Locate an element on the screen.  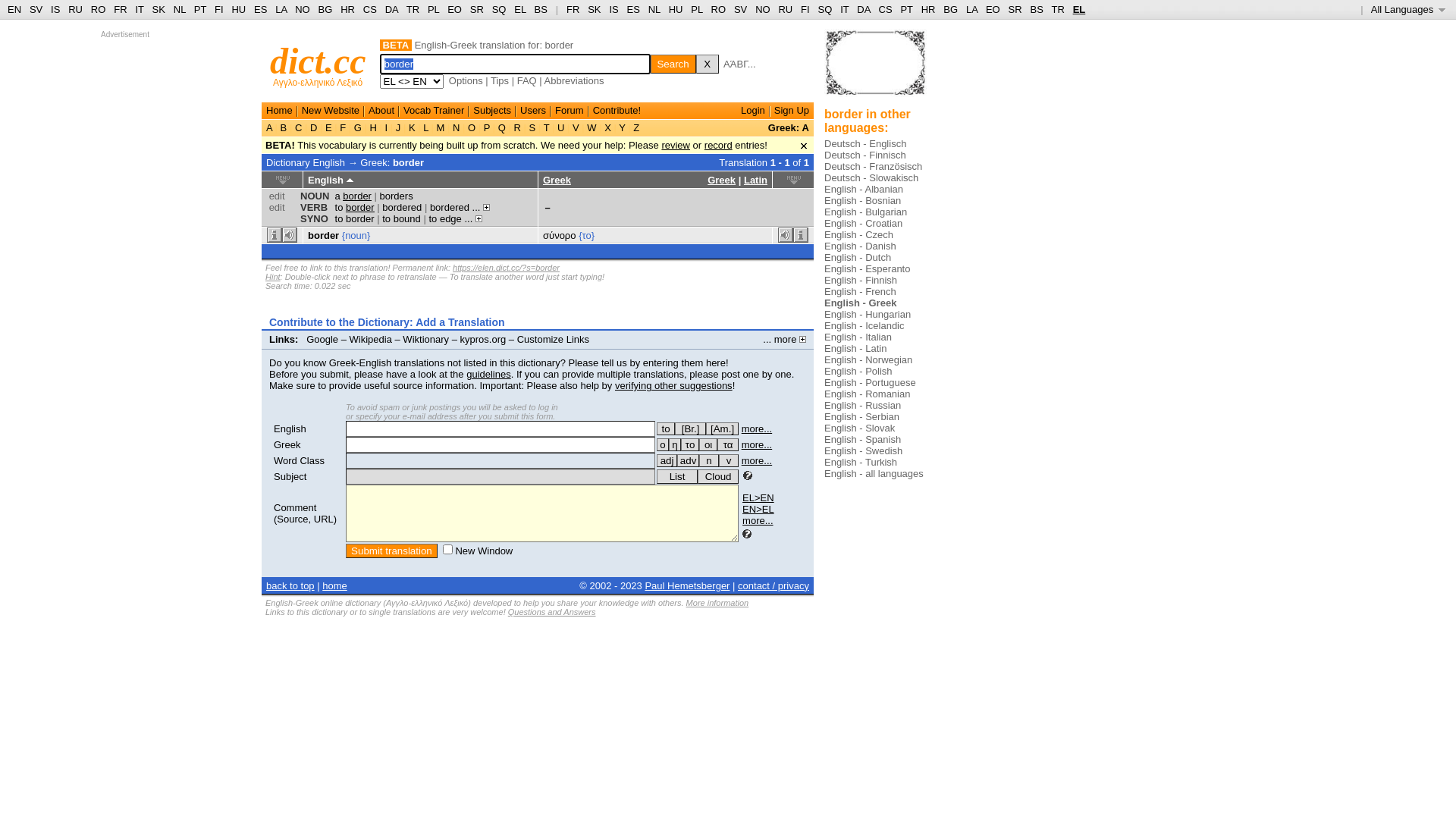
'E' is located at coordinates (327, 127).